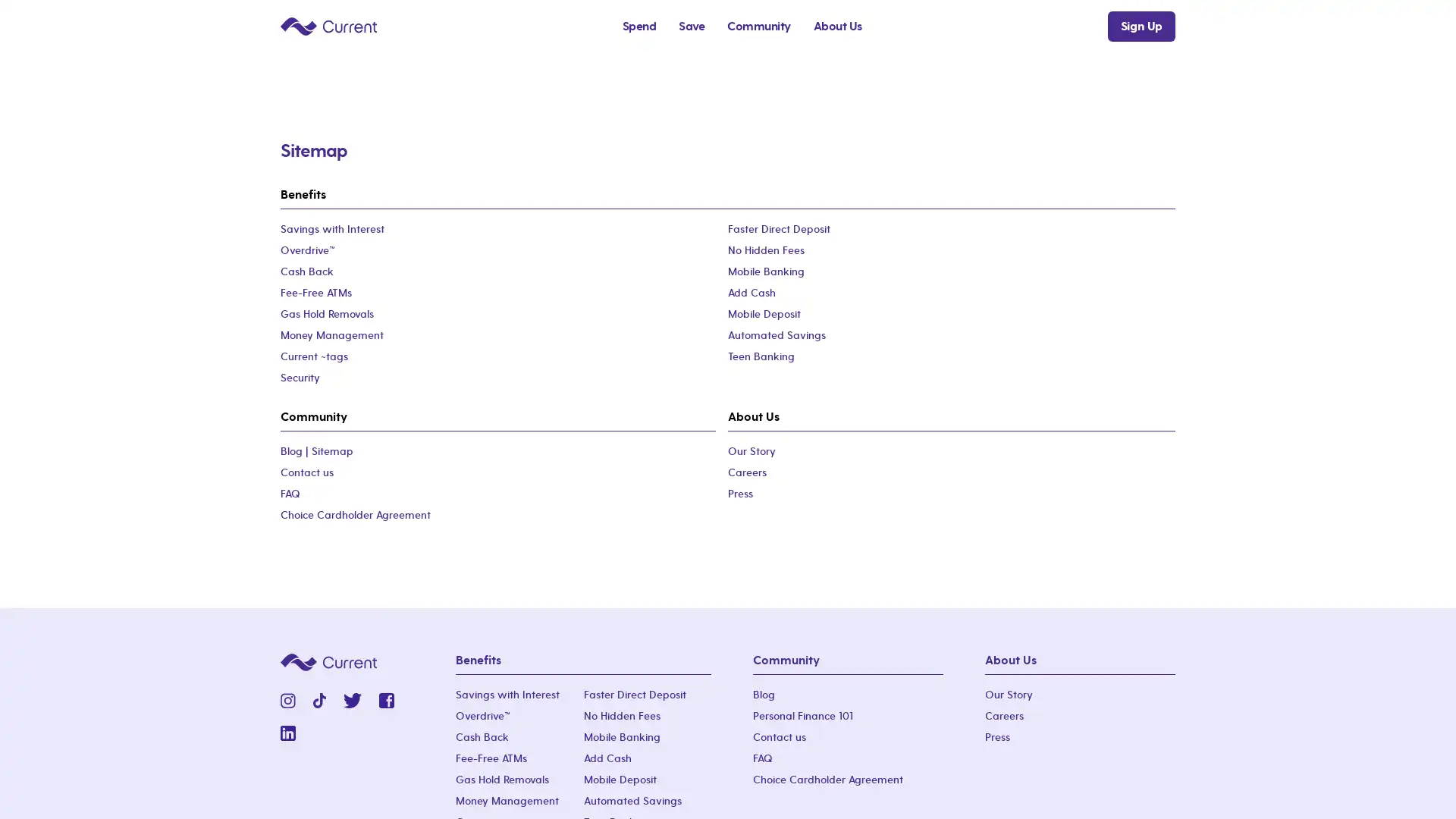 This screenshot has height=819, width=1456. I want to click on Automated Savings, so click(632, 800).